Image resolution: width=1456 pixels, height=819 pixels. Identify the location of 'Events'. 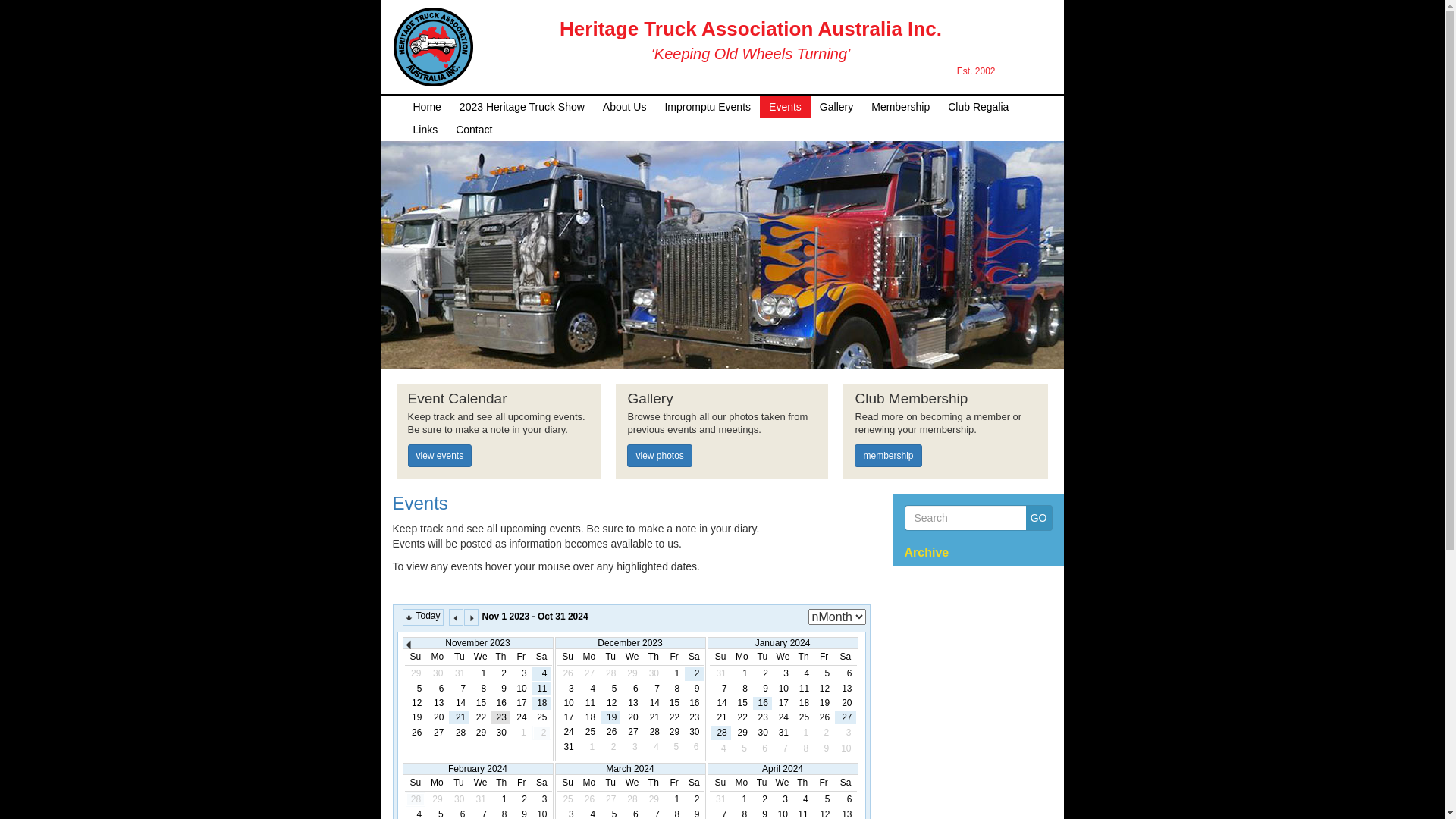
(393, 503).